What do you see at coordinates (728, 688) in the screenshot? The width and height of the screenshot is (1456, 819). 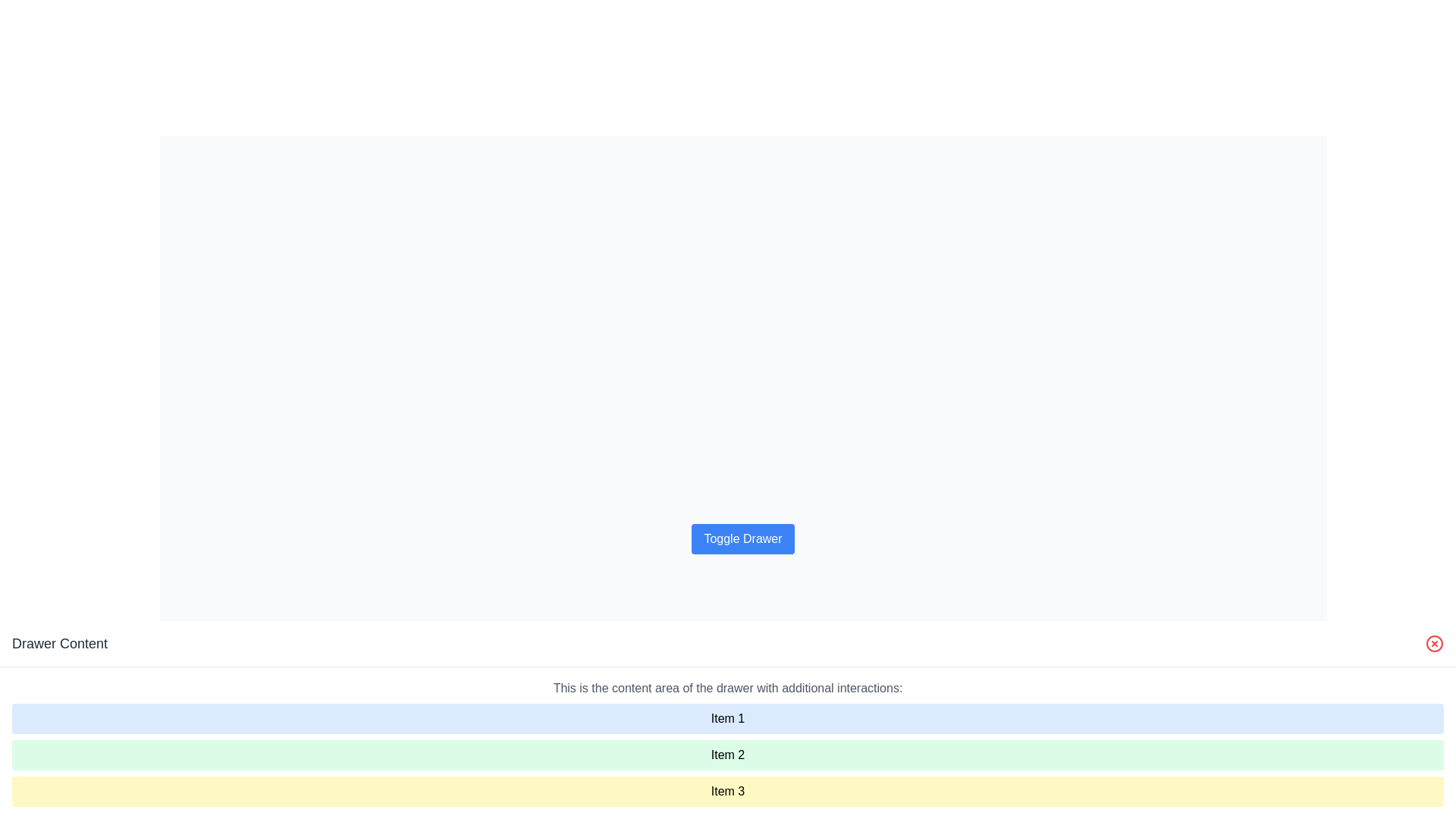 I see `the text block displaying the message 'This is the content area of the drawer with additional interactions:', which is styled in gray and located at the top of the drawer's content section` at bounding box center [728, 688].